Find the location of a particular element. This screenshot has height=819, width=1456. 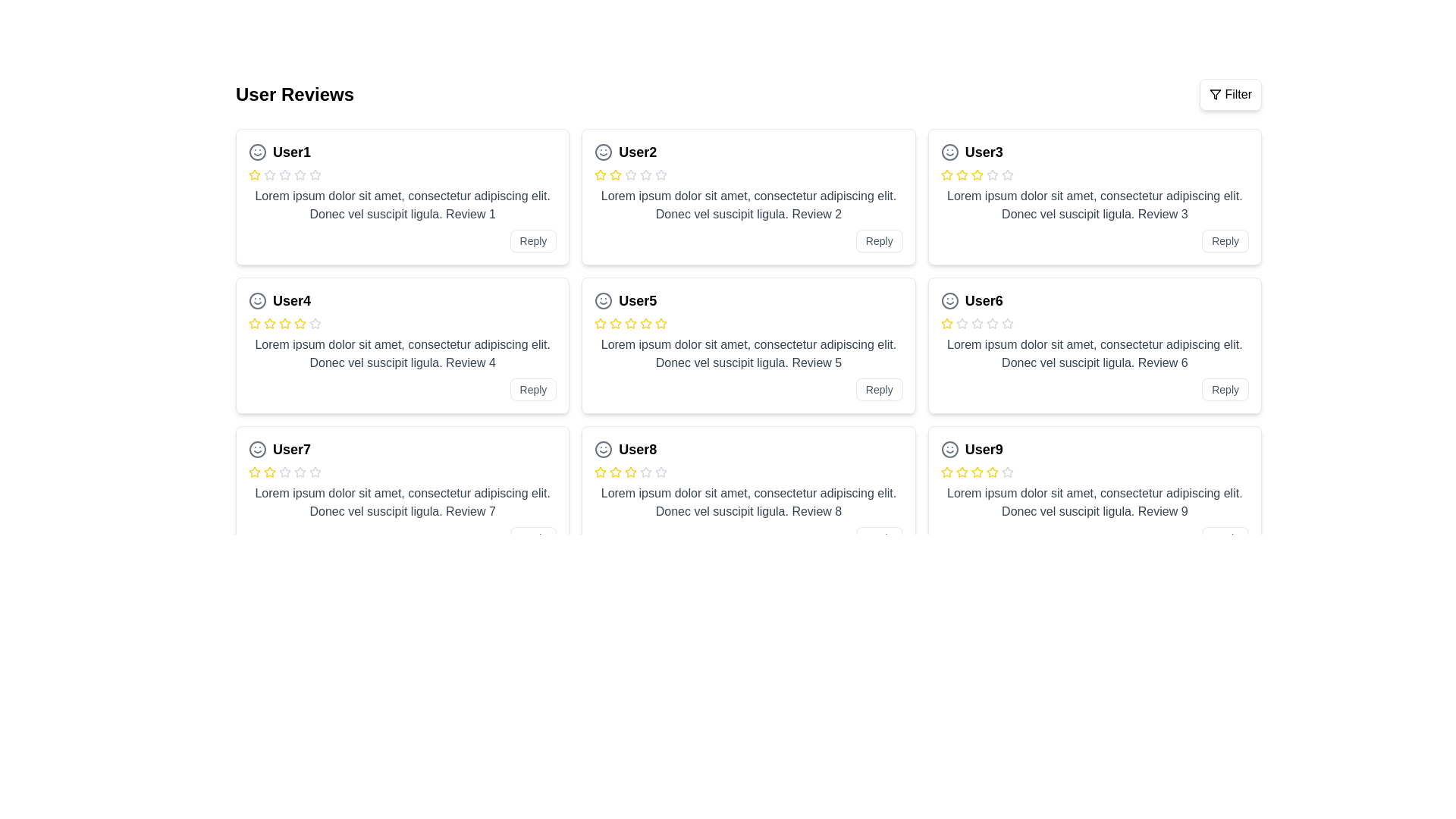

the first yellow star icon in the review card for 'User6', which represents a rating feature is located at coordinates (946, 322).